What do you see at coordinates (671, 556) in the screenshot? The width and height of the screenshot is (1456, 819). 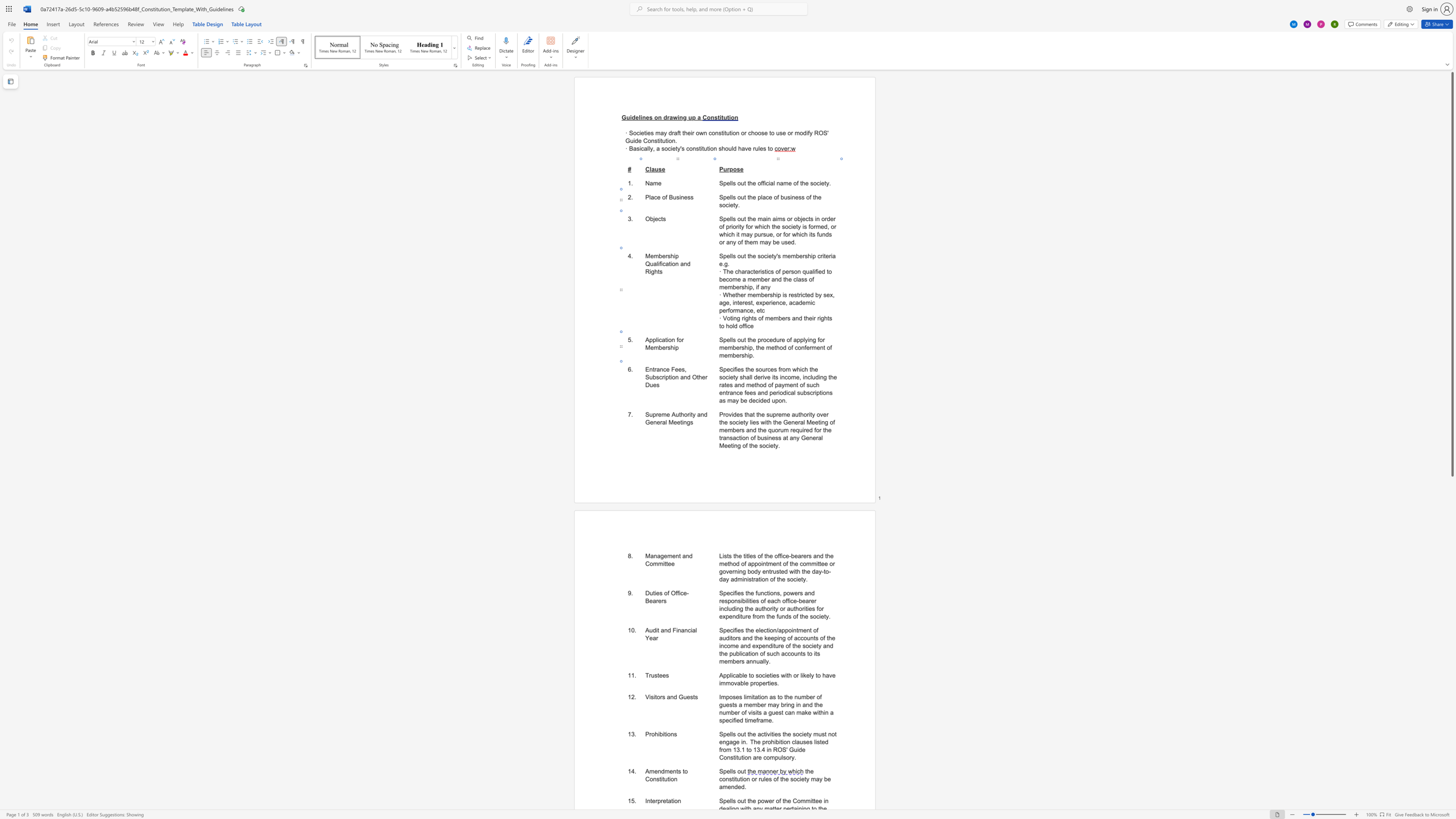 I see `the space between the continuous character "m" and "e" in the text` at bounding box center [671, 556].